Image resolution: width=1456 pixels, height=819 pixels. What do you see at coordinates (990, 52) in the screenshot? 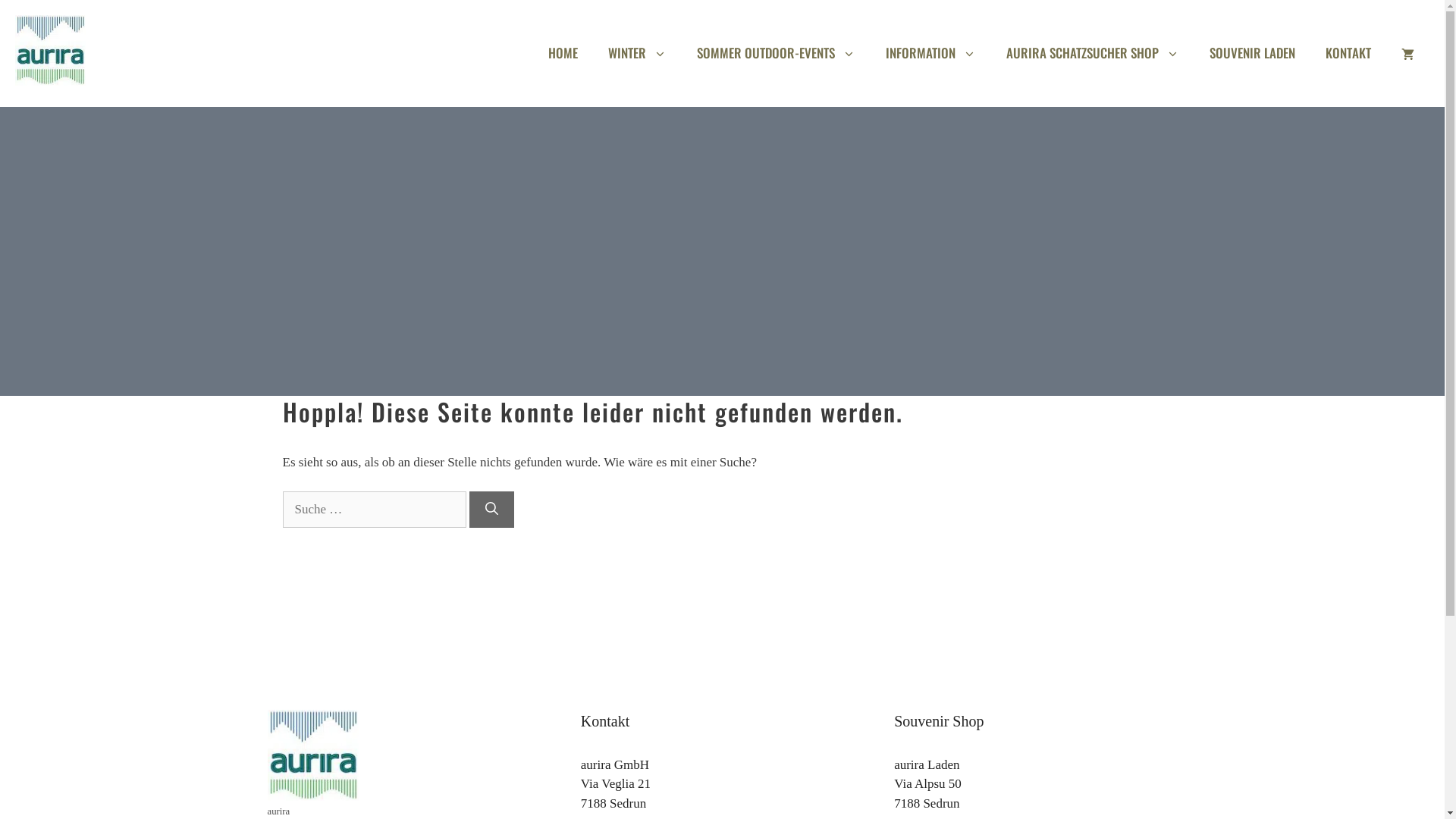
I see `'AURIRA SCHATZSUCHER SHOP'` at bounding box center [990, 52].